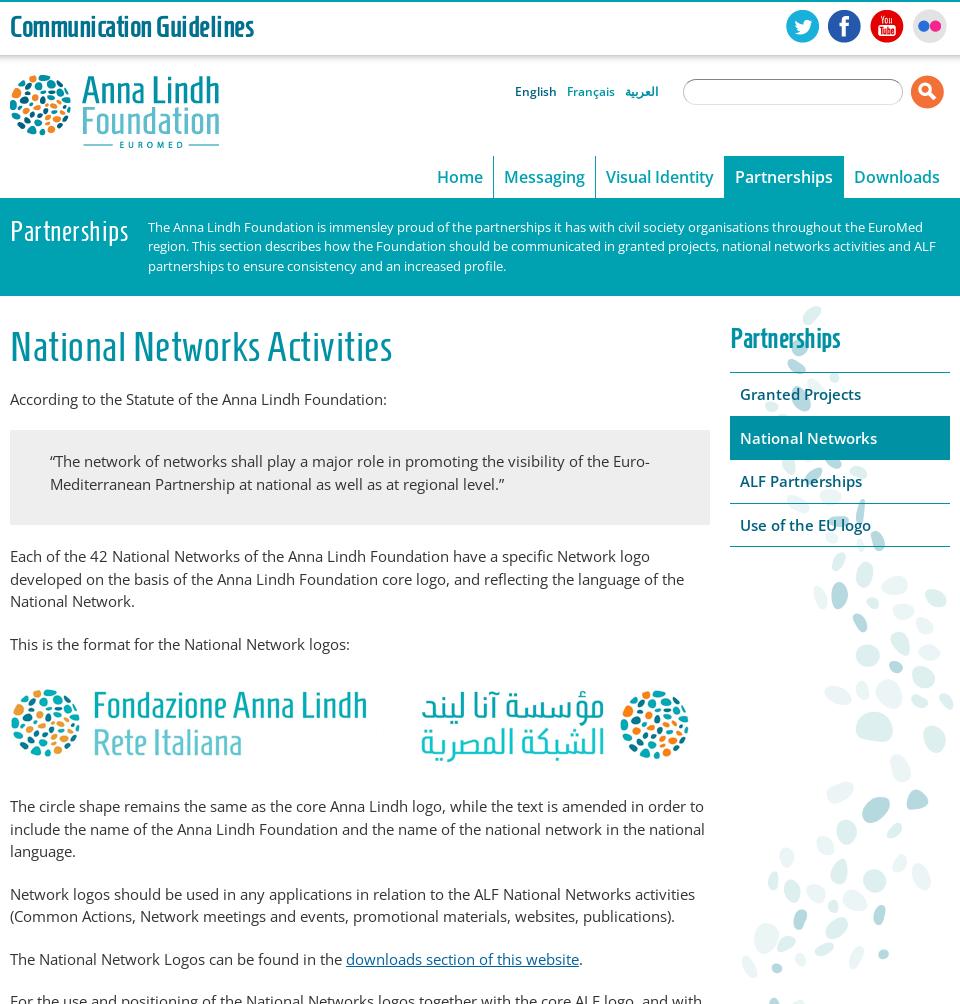  What do you see at coordinates (347, 578) in the screenshot?
I see `'Each of the 42 National Networks of the Anna Lindh Foundation have a specific Network logo developed on the basis of the Anna Lindh Foundation core logo, and reflecting the language of the National Network.'` at bounding box center [347, 578].